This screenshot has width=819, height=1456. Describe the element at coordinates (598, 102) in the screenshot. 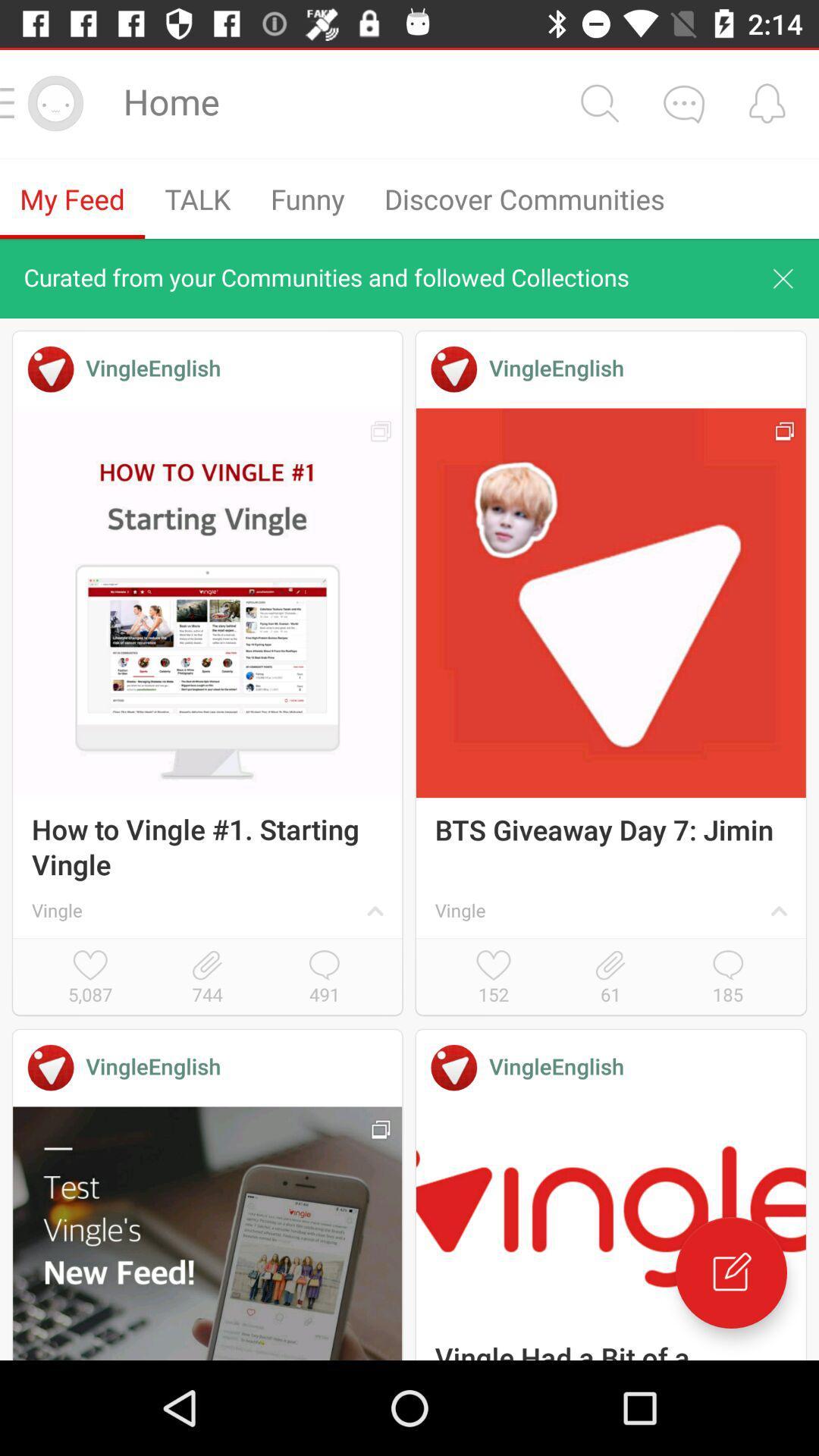

I see `search option` at that location.